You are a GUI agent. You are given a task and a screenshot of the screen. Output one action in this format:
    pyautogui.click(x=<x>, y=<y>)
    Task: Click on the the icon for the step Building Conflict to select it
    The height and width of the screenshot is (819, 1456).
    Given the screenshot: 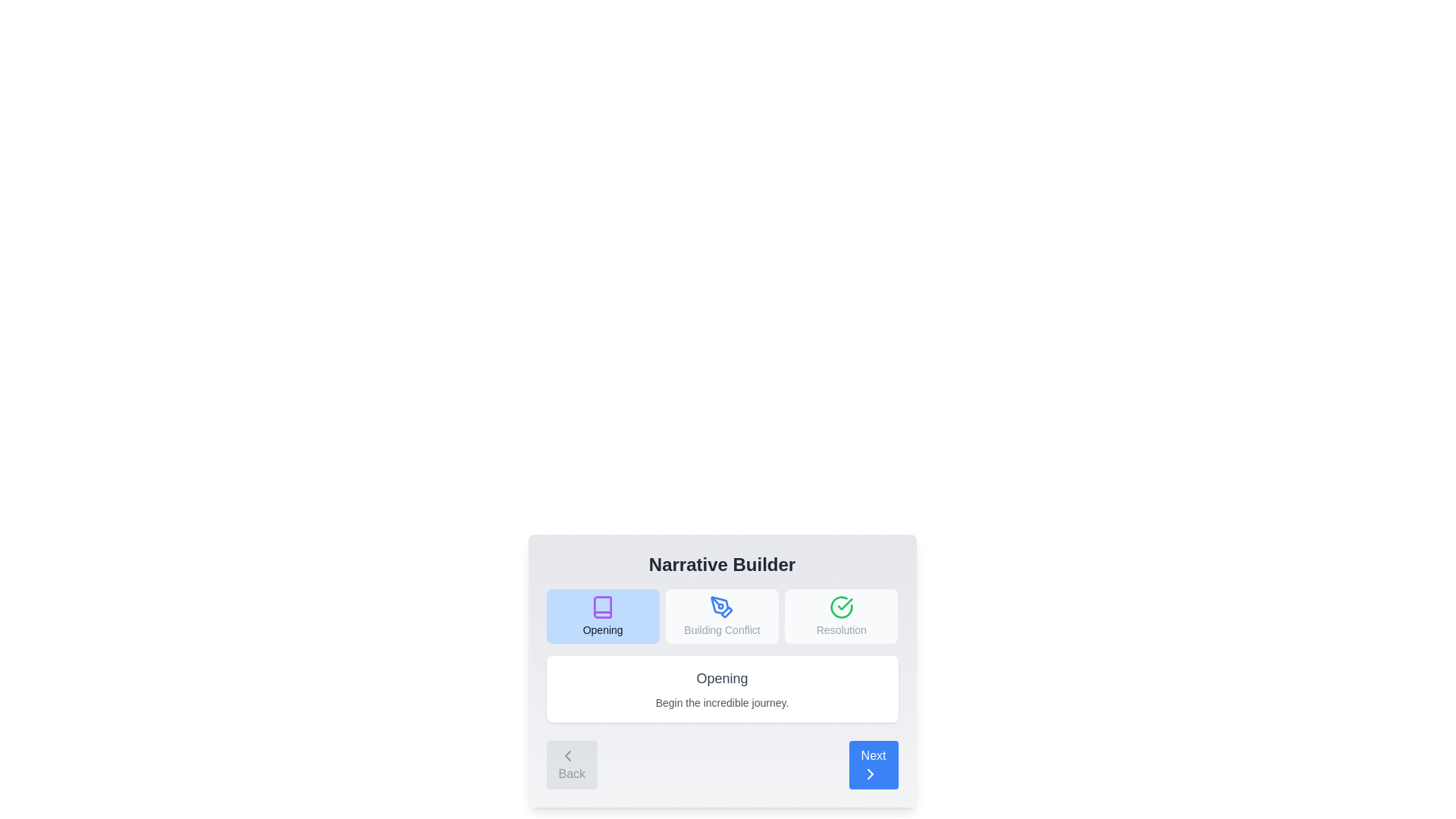 What is the action you would take?
    pyautogui.click(x=721, y=607)
    